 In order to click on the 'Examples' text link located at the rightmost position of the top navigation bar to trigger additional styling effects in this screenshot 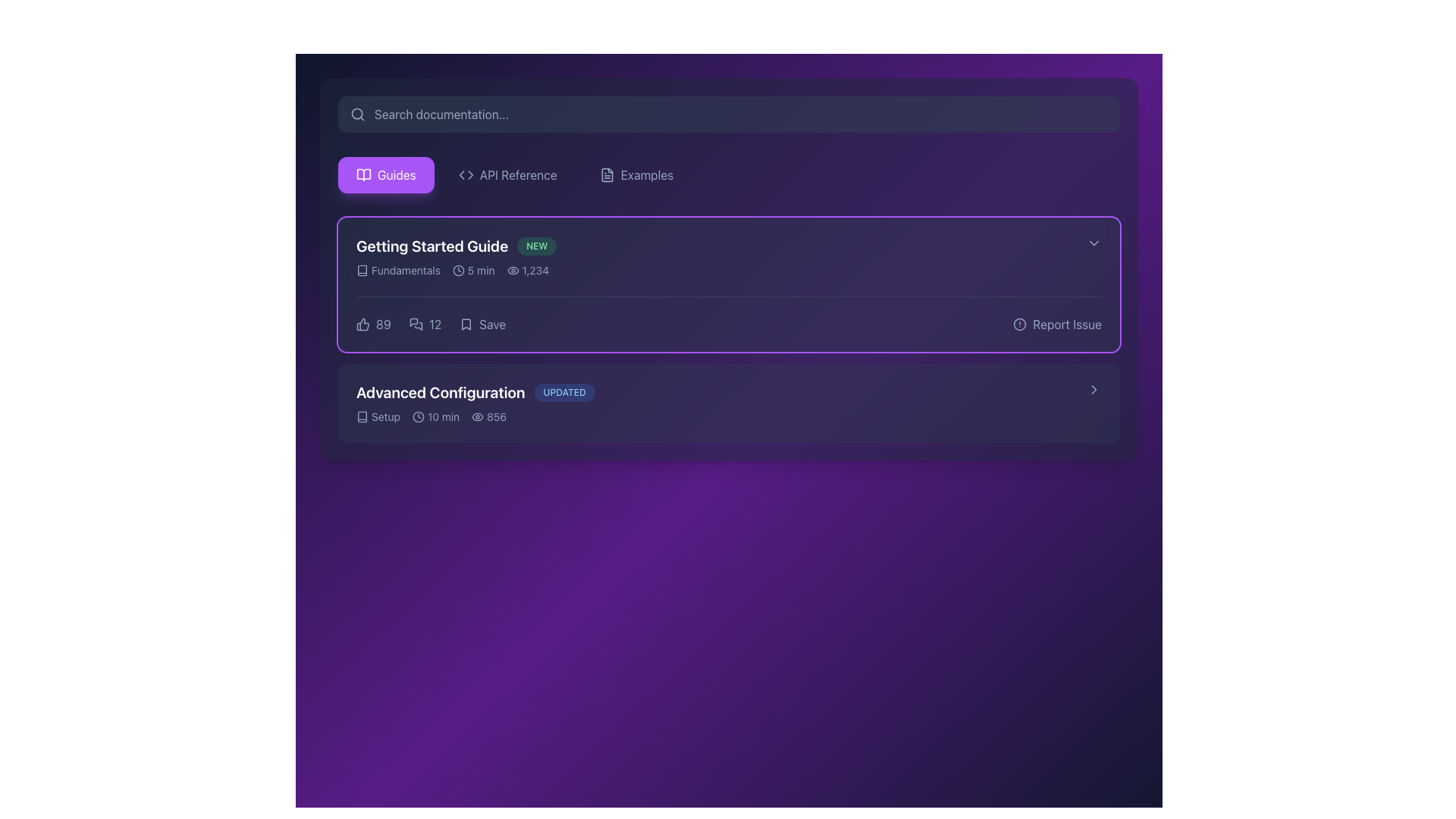, I will do `click(647, 174)`.